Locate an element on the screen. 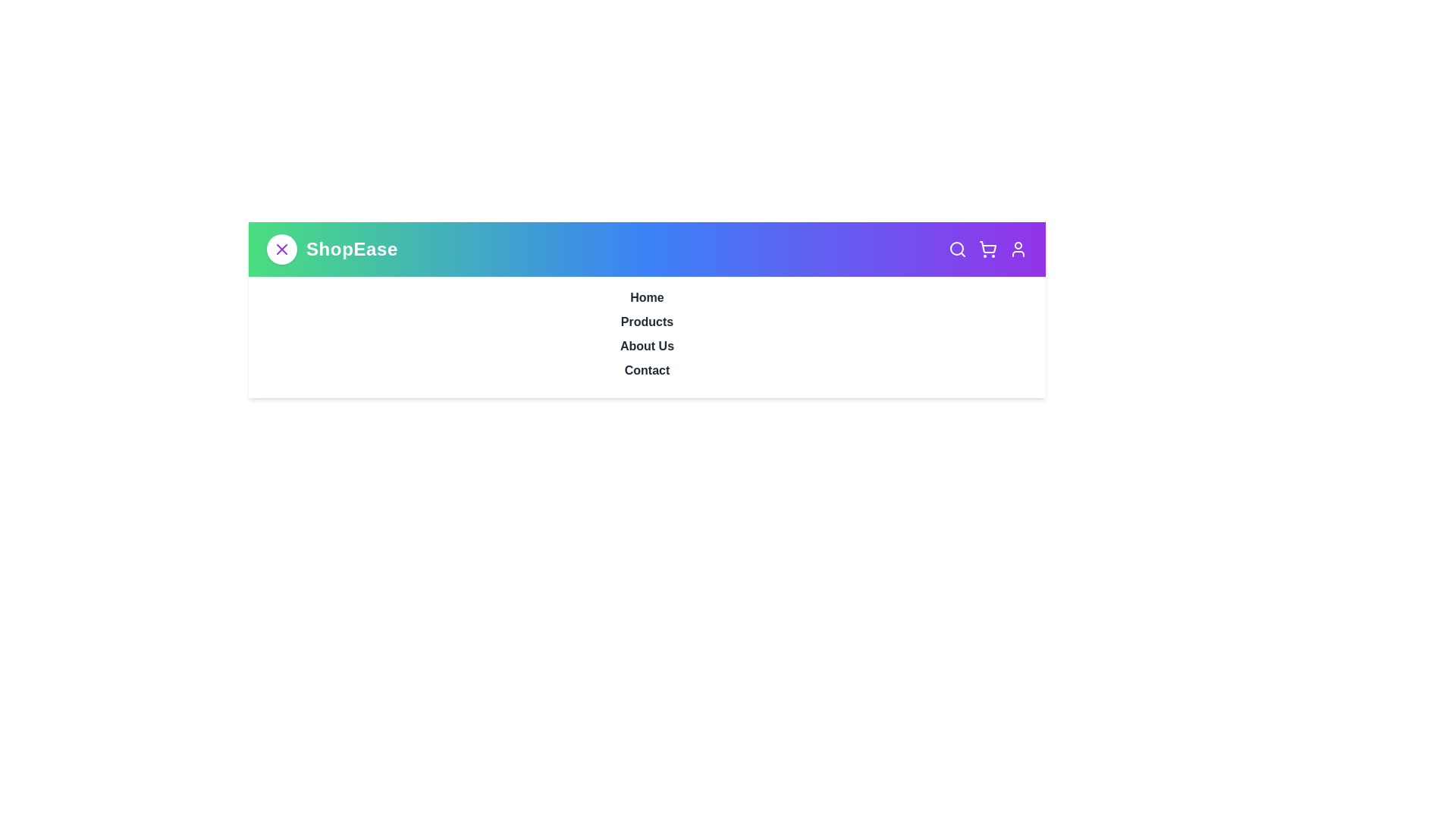  the toggle button to toggle the menu visibility is located at coordinates (282, 248).